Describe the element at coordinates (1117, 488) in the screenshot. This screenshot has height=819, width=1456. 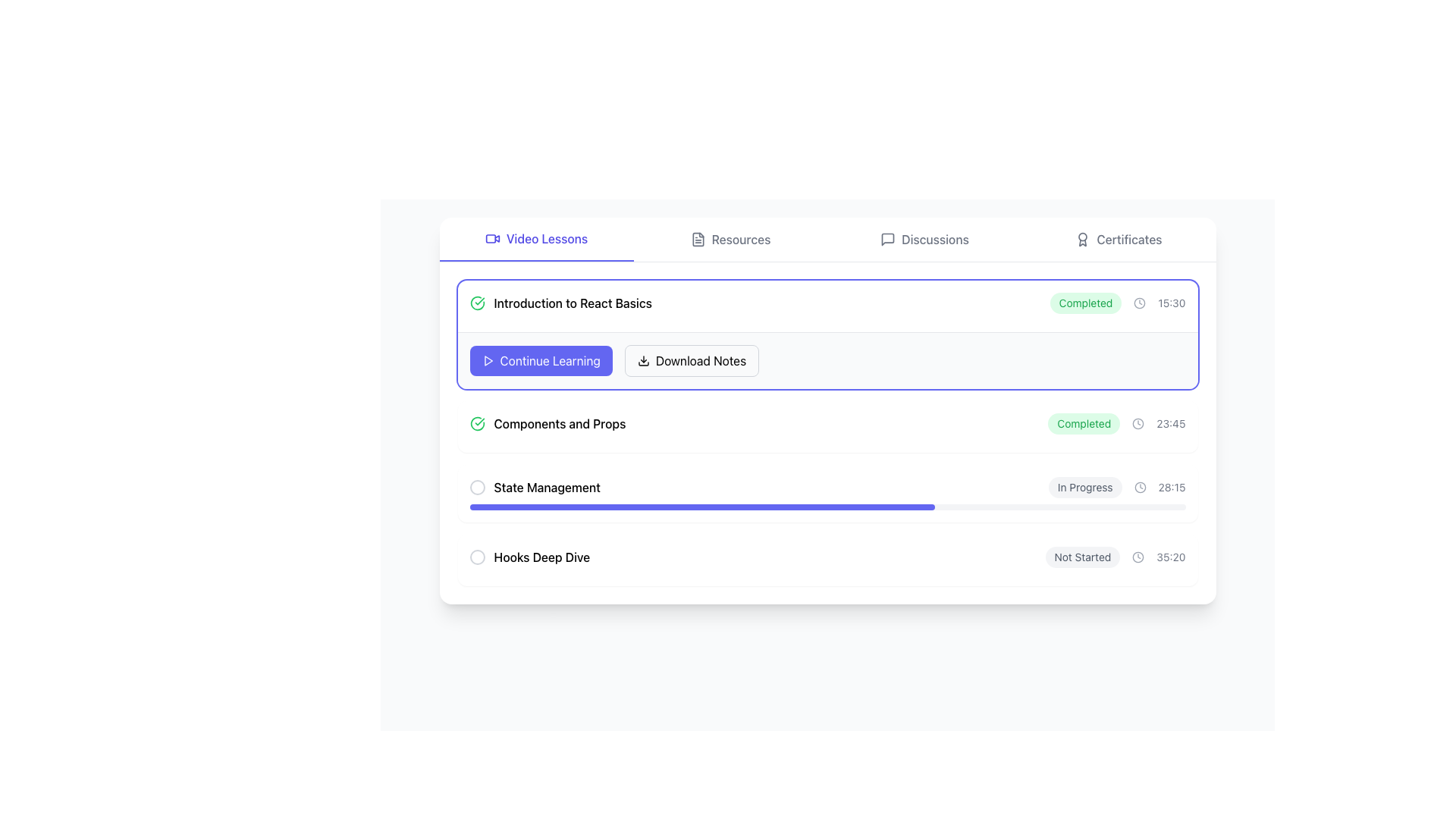
I see `the timestamp displayed on the Status indicator in the 'State Management' section, which shows the current progress state as 'In Progress'` at that location.